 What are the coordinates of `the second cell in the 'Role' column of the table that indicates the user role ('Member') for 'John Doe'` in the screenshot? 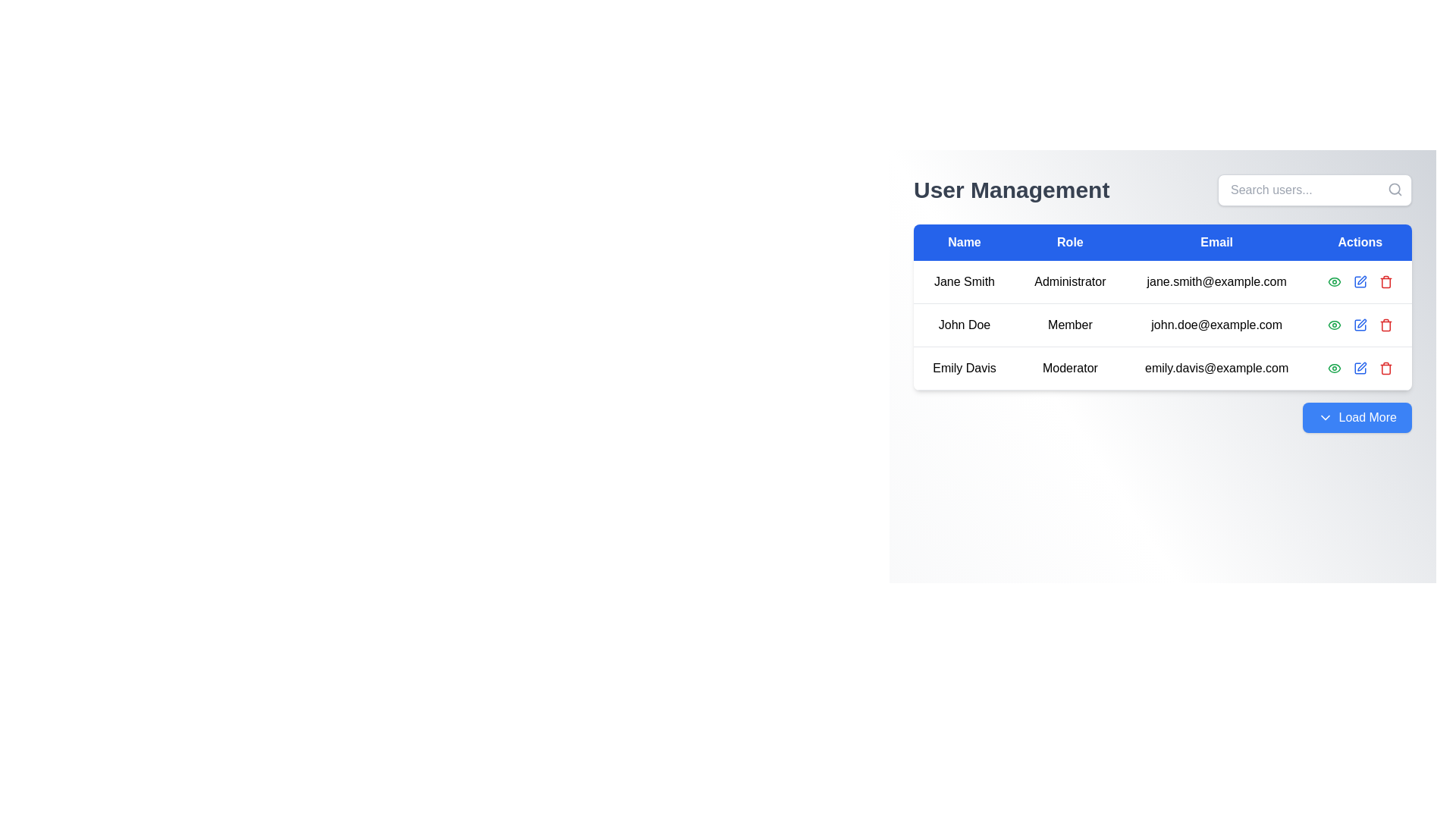 It's located at (1069, 324).